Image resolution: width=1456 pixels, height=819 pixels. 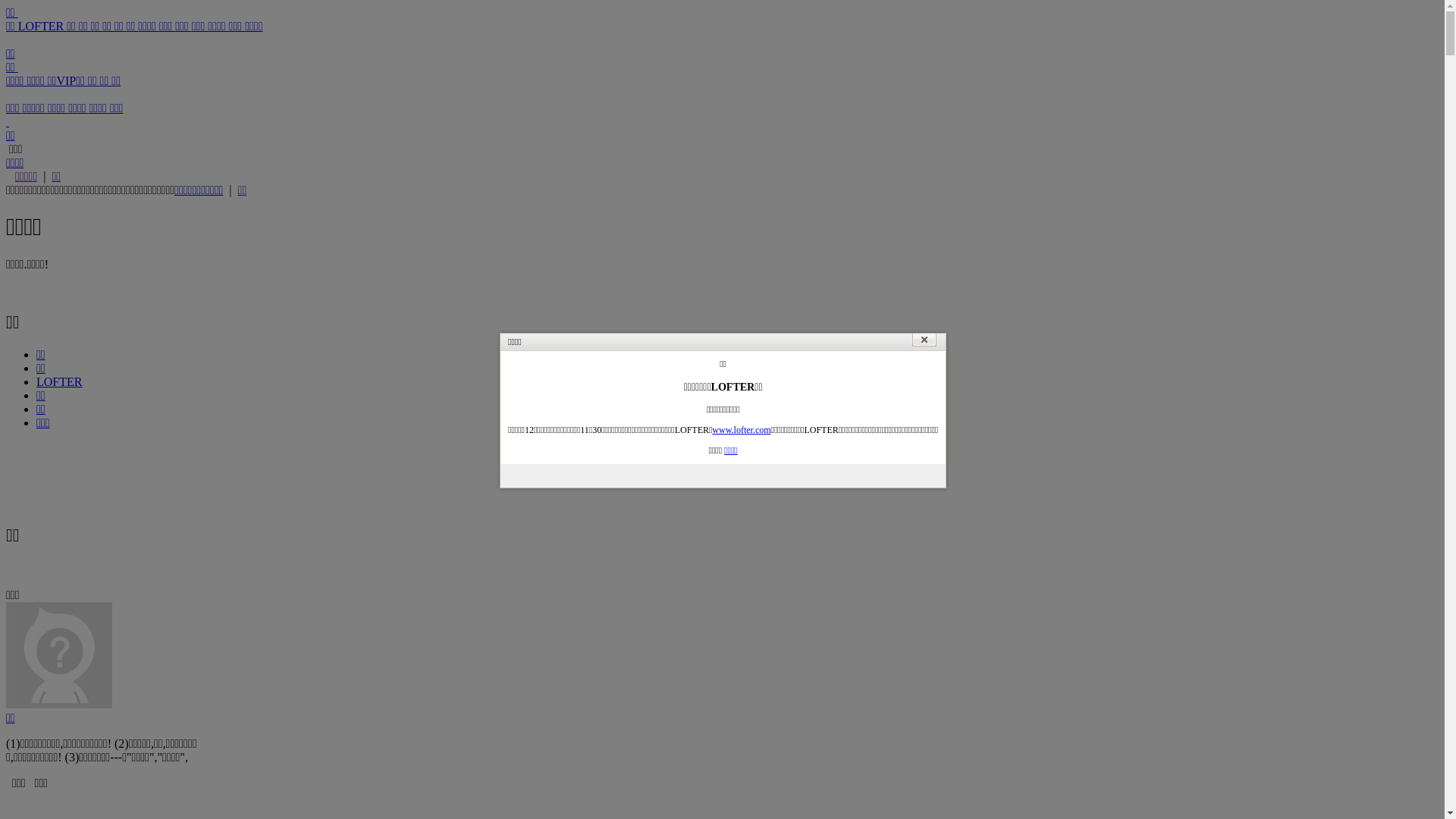 What do you see at coordinates (741, 430) in the screenshot?
I see `'www.lofter.com'` at bounding box center [741, 430].